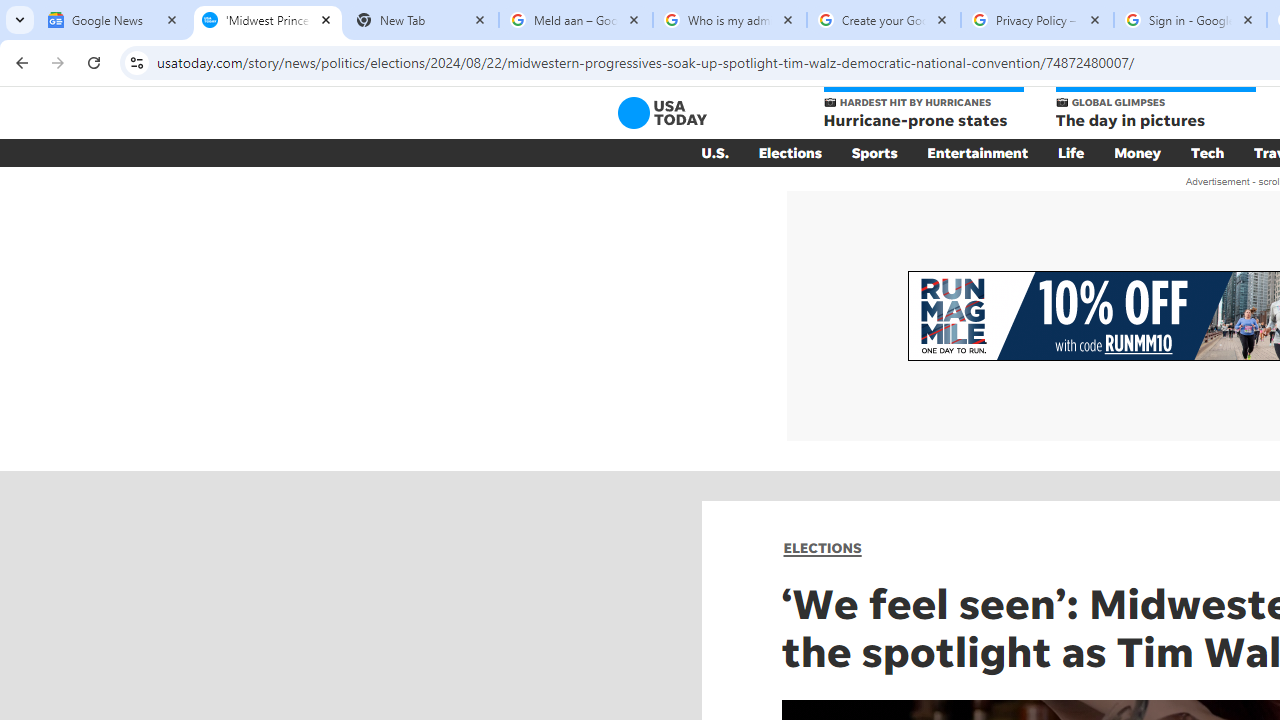  I want to click on 'Life', so click(1070, 152).